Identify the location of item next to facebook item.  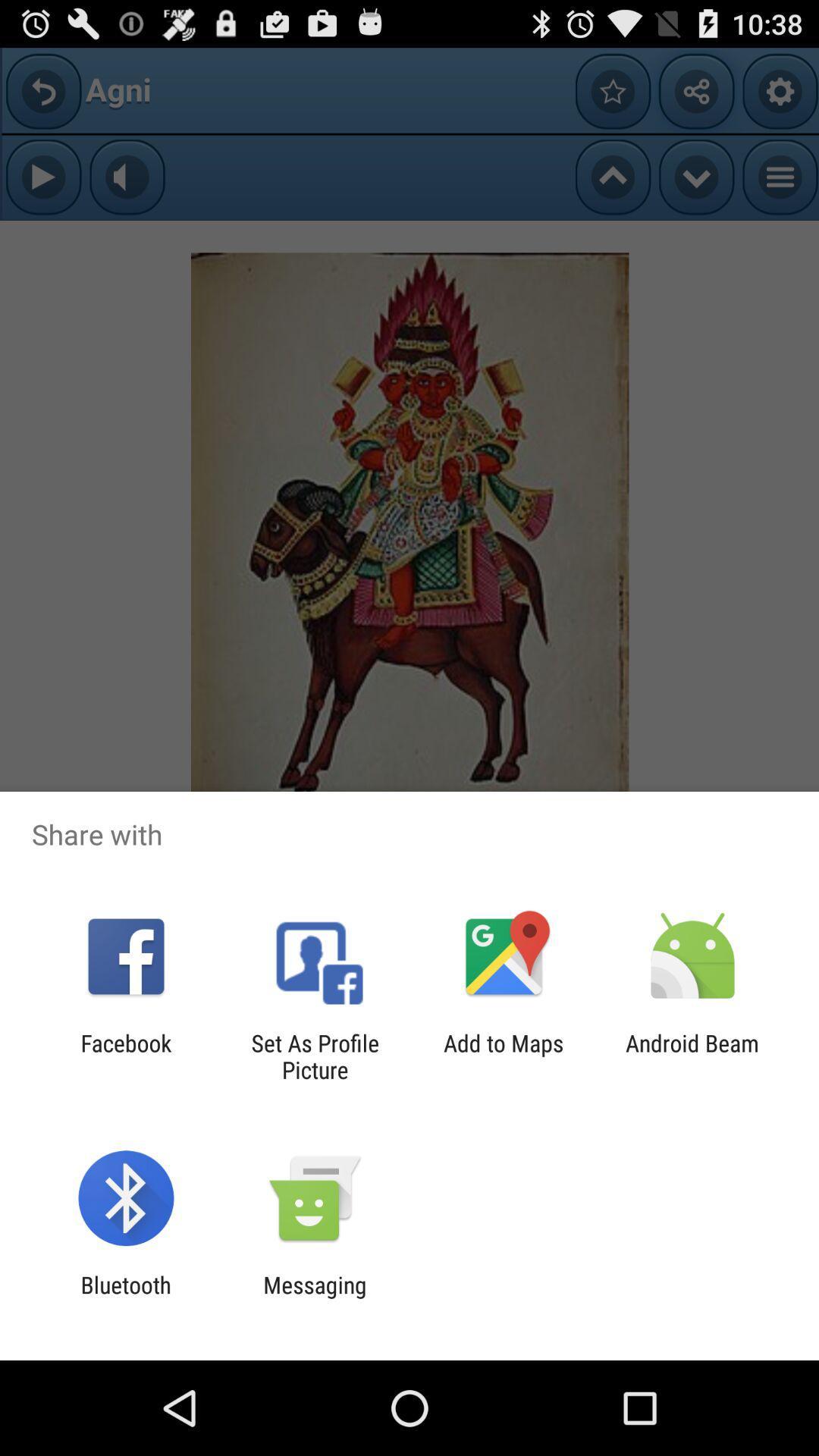
(314, 1056).